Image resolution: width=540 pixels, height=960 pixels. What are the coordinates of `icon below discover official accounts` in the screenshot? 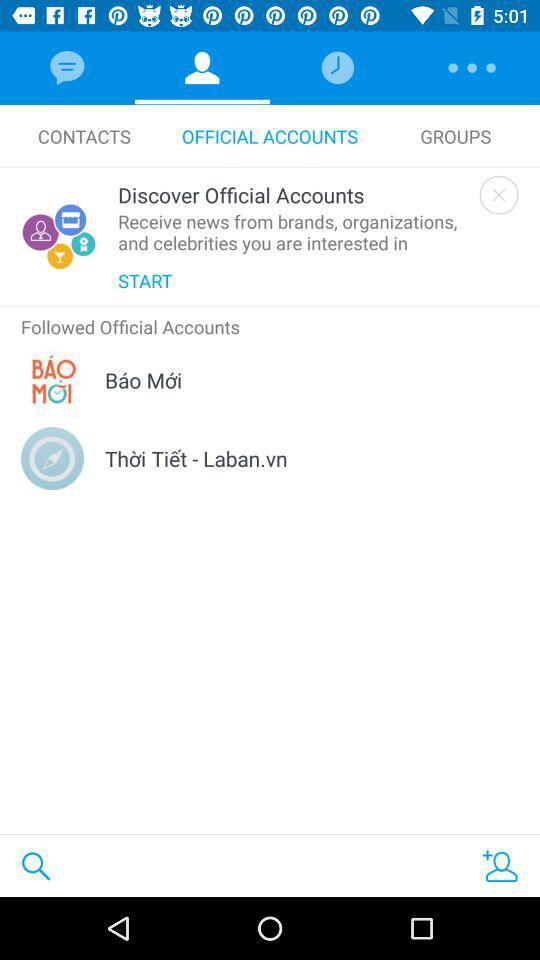 It's located at (293, 232).